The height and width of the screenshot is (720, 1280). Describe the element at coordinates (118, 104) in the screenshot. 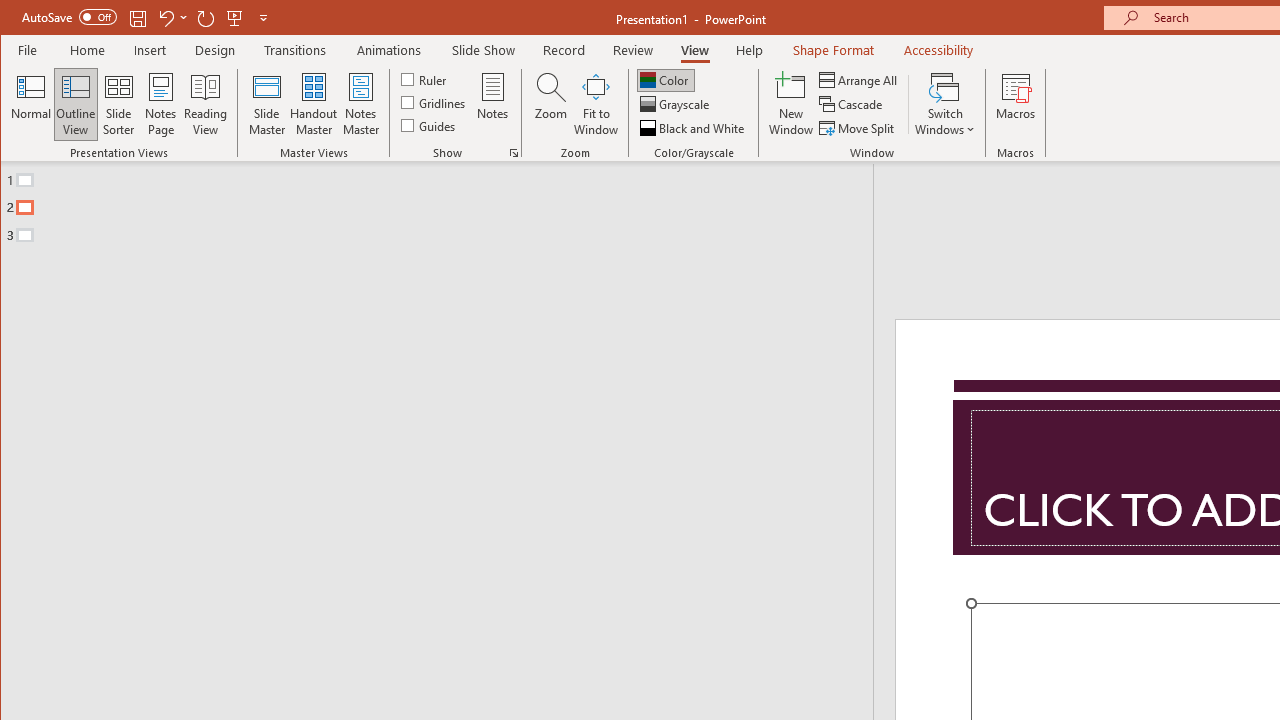

I see `'Slide Sorter'` at that location.